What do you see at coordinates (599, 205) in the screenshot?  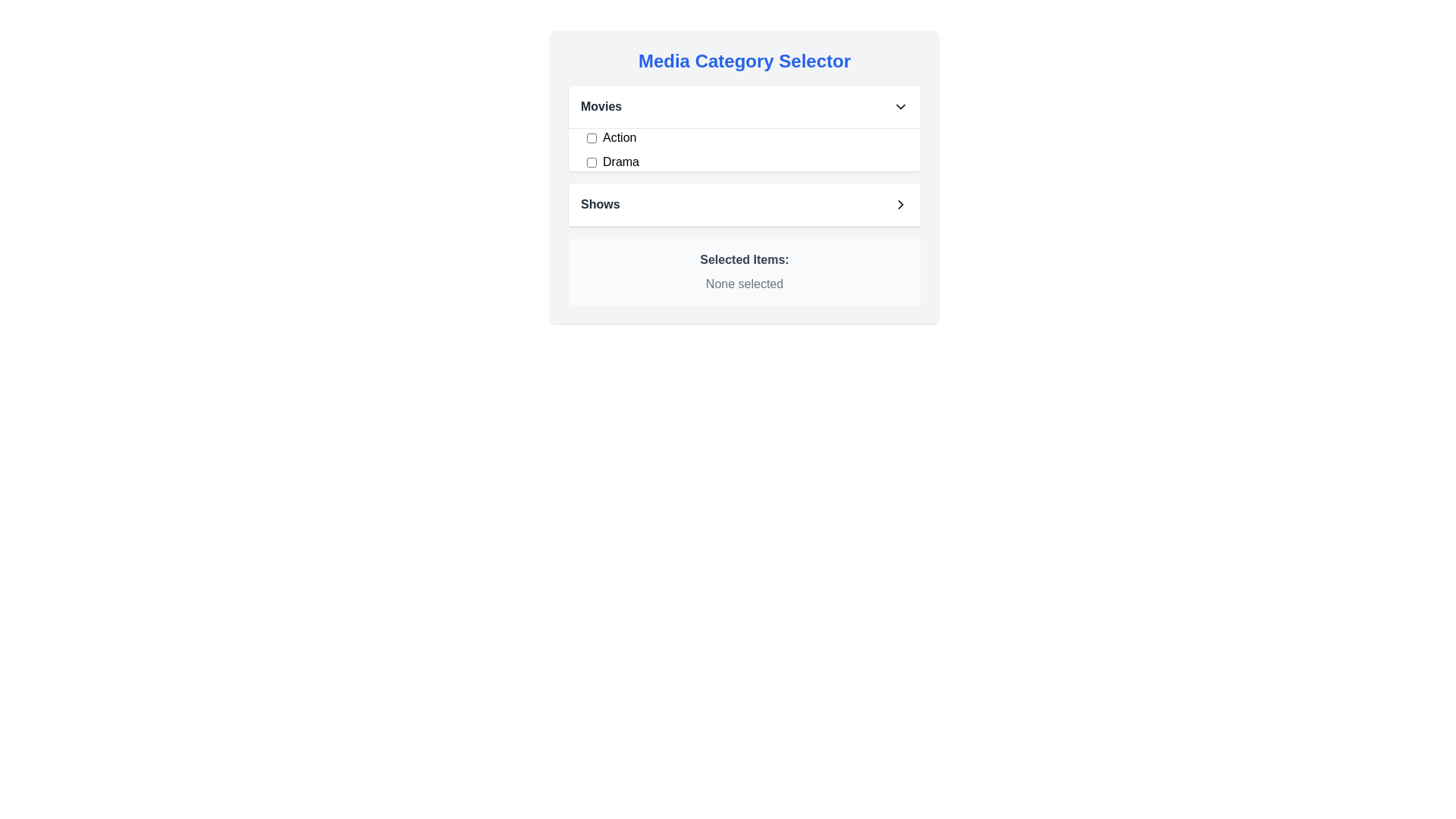 I see `the text label indicating the category 'Shows' located in the 'Media Category Selector' section, situated to the left of an arrow icon` at bounding box center [599, 205].